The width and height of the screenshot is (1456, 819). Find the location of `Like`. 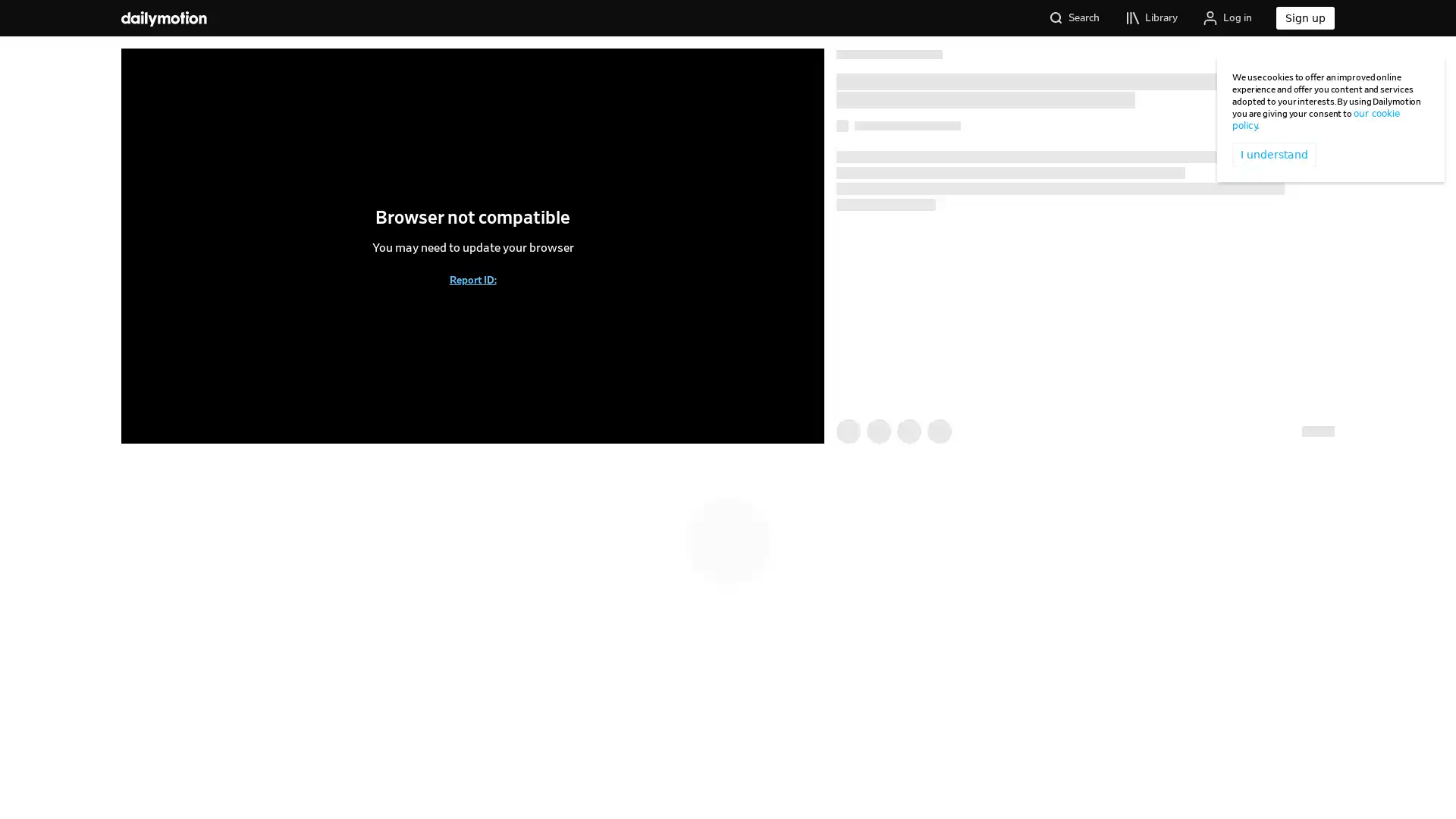

Like is located at coordinates (847, 383).